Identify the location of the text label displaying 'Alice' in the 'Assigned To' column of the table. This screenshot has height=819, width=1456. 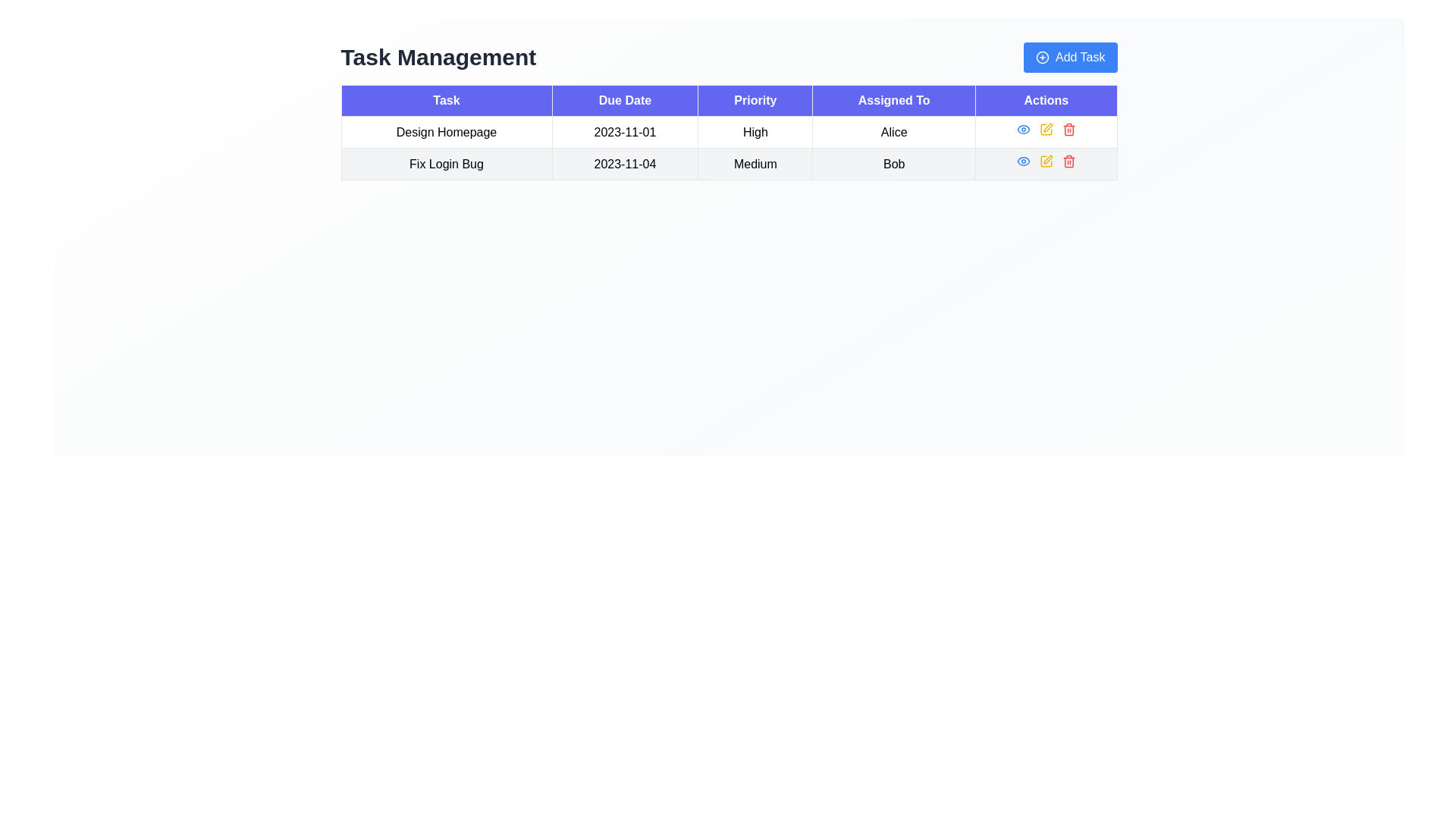
(894, 131).